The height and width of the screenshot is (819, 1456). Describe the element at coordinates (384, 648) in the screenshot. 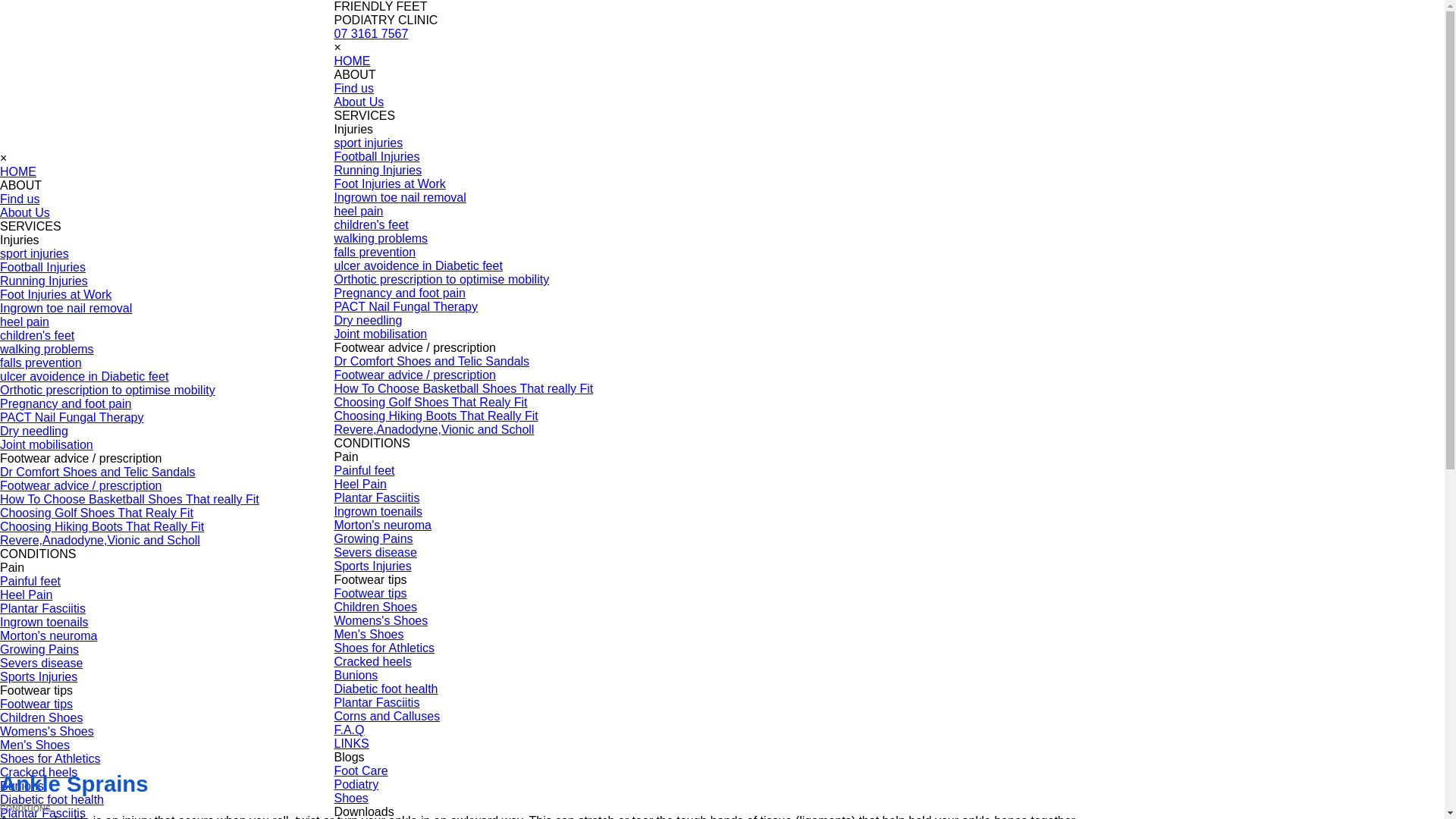

I see `'Shoes for Athletics'` at that location.